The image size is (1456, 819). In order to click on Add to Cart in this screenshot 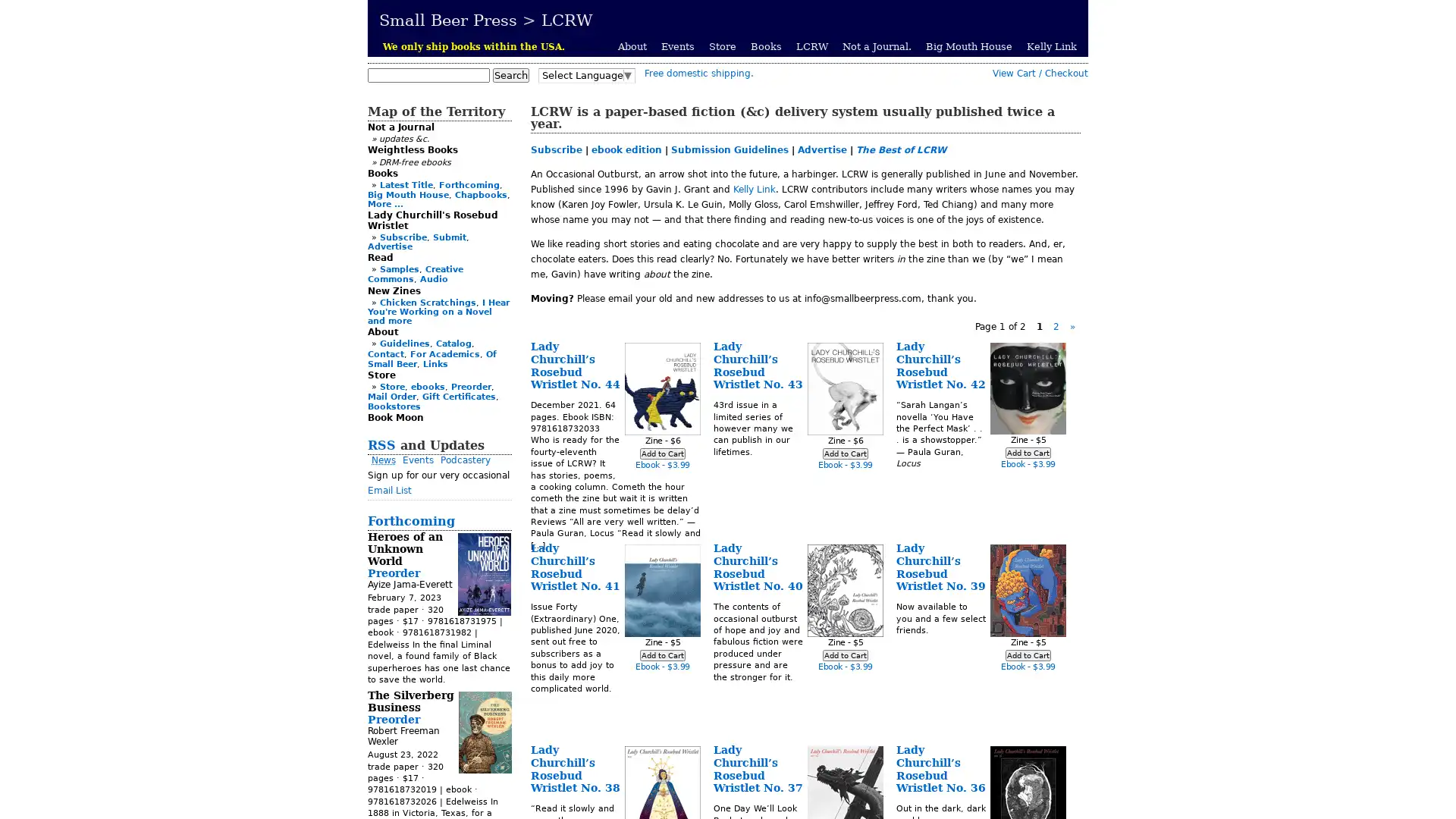, I will do `click(1028, 654)`.